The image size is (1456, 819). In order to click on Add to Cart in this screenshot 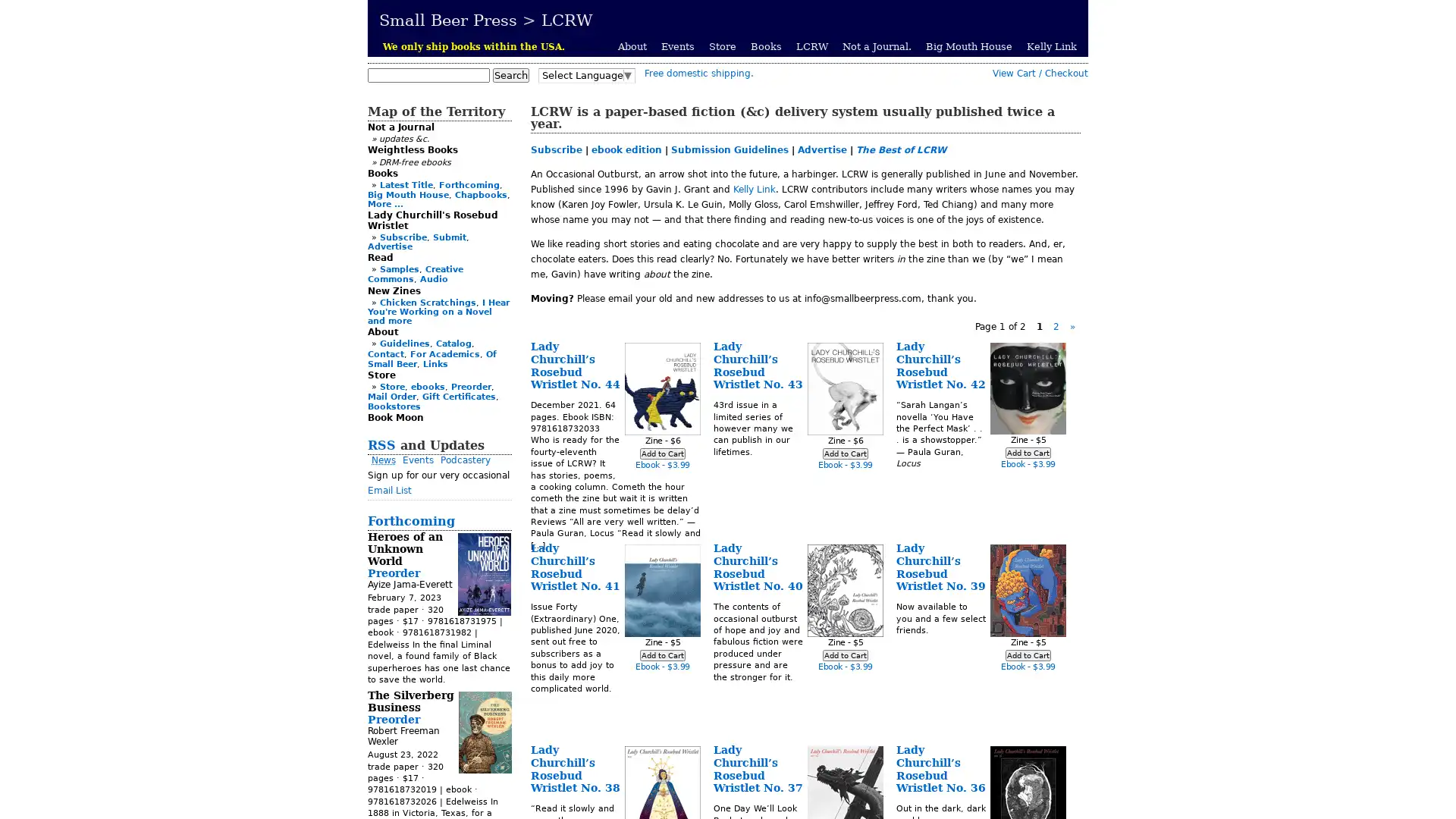, I will do `click(1028, 654)`.